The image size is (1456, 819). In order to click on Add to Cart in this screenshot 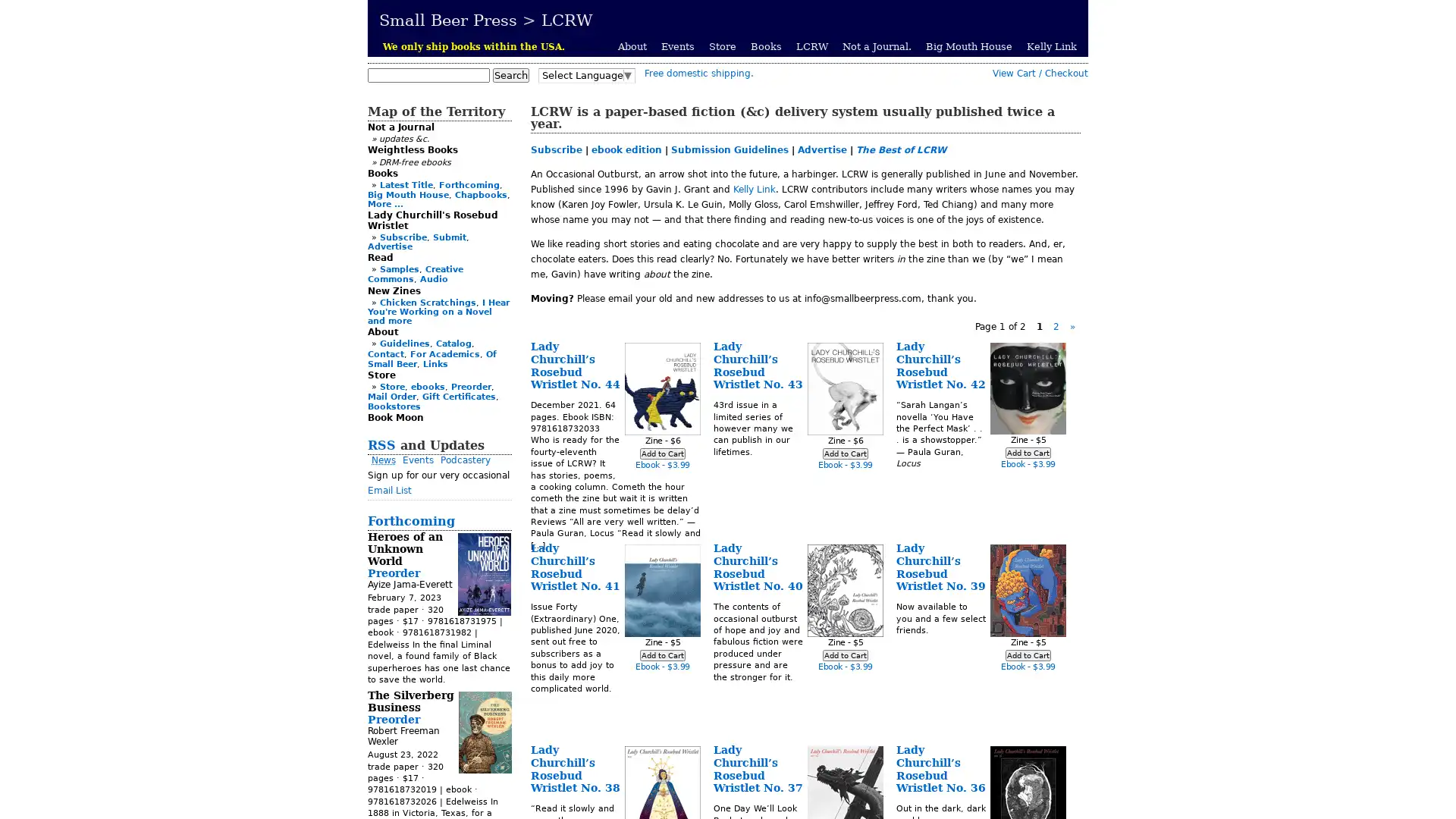, I will do `click(1028, 654)`.